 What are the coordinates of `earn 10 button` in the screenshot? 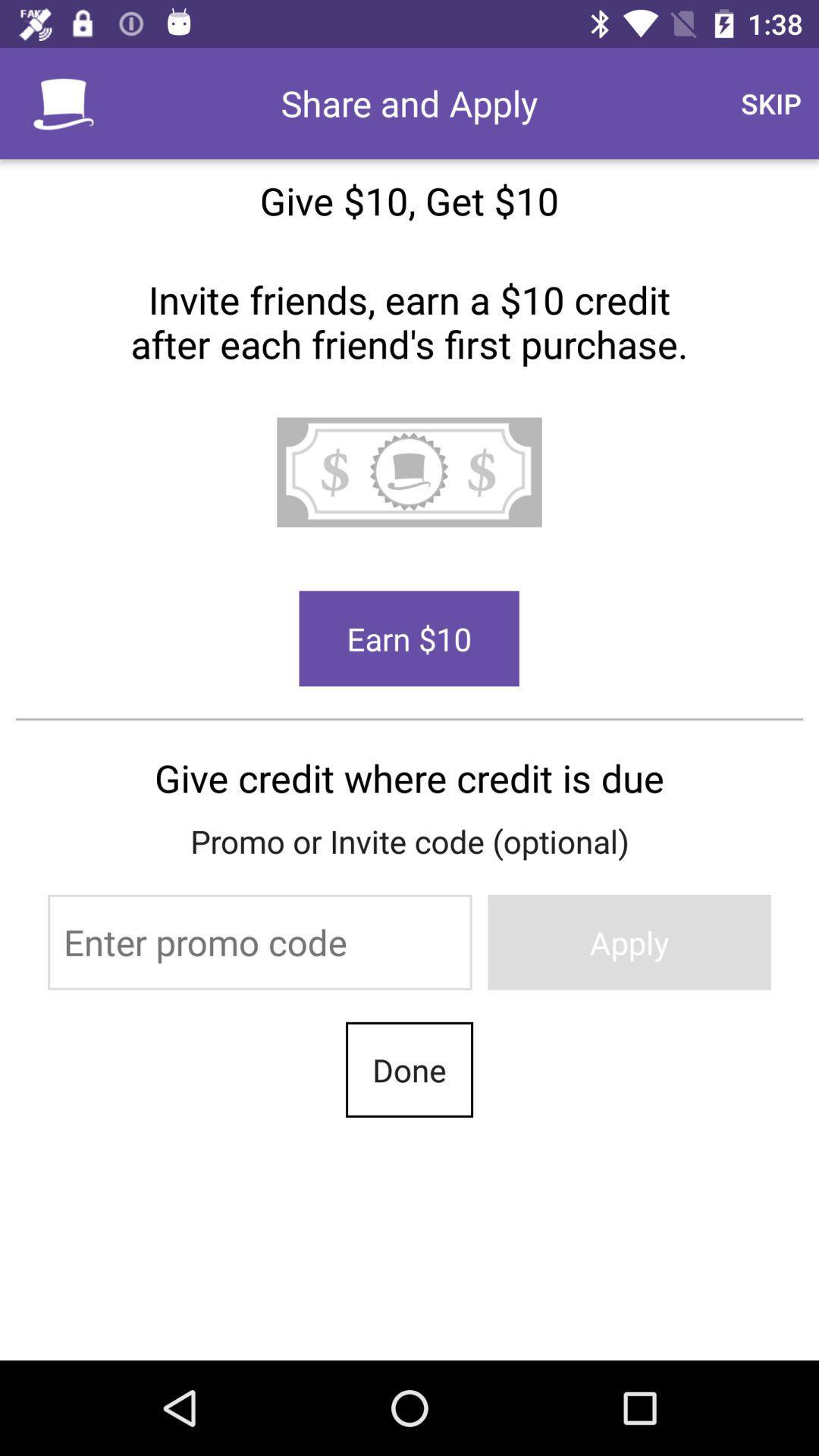 It's located at (409, 638).